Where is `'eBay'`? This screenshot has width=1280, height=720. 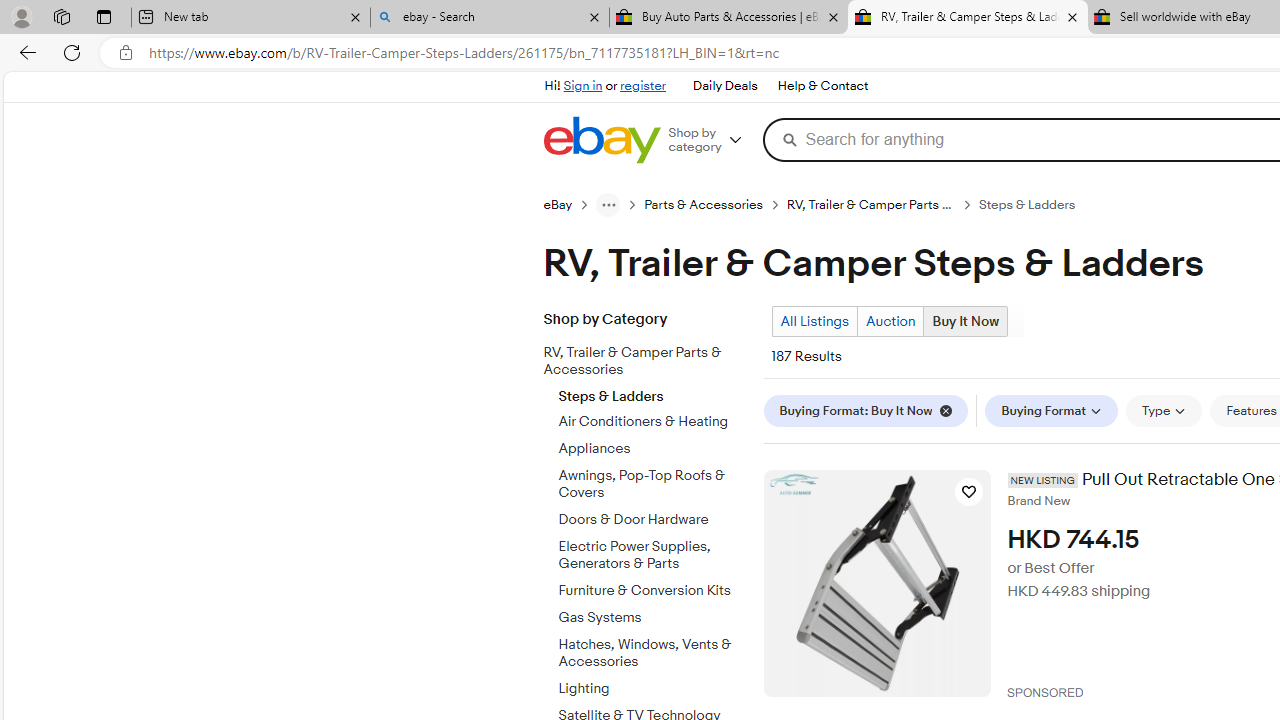 'eBay' is located at coordinates (558, 205).